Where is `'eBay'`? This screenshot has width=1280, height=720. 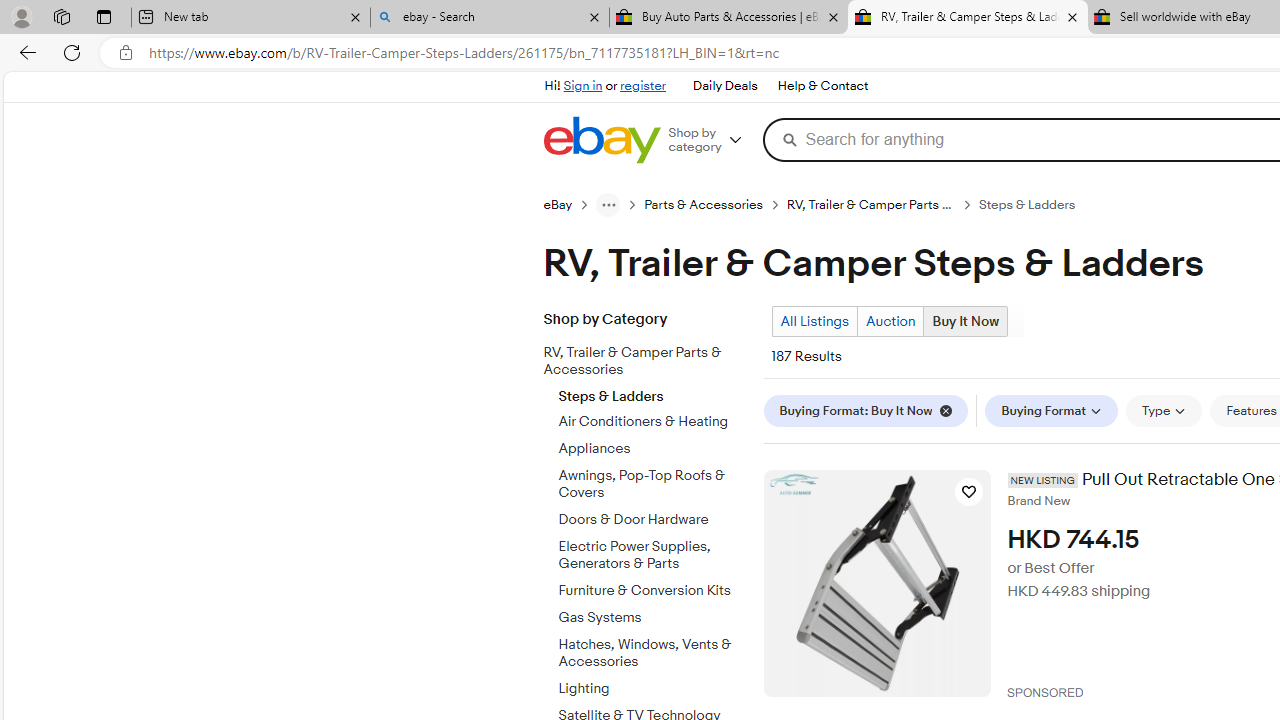 'eBay' is located at coordinates (558, 205).